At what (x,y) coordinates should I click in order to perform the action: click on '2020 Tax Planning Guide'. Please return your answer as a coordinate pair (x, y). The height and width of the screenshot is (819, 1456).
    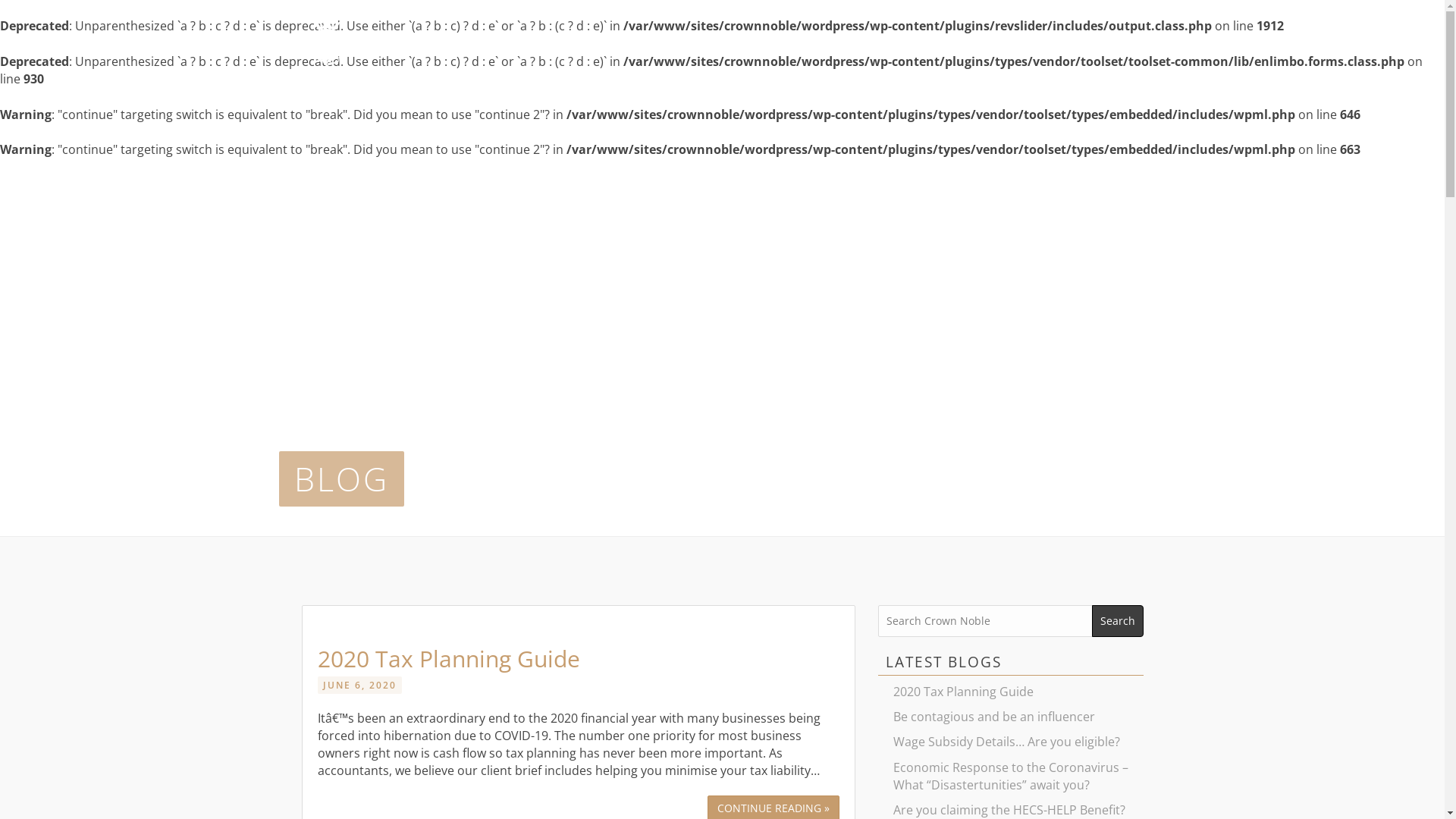
    Looking at the image, I should click on (447, 657).